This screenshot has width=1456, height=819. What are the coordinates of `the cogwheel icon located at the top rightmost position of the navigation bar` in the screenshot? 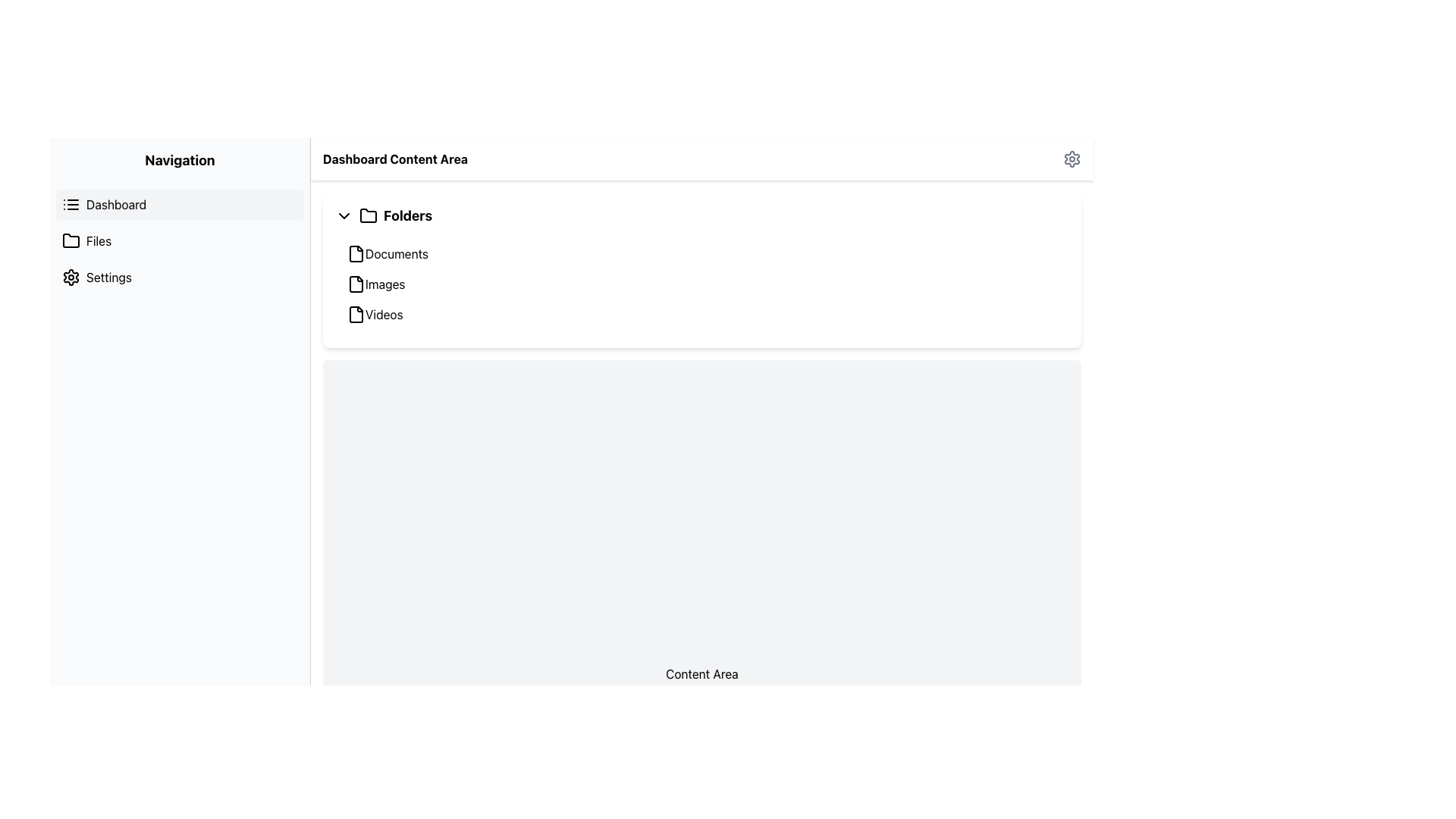 It's located at (1072, 158).